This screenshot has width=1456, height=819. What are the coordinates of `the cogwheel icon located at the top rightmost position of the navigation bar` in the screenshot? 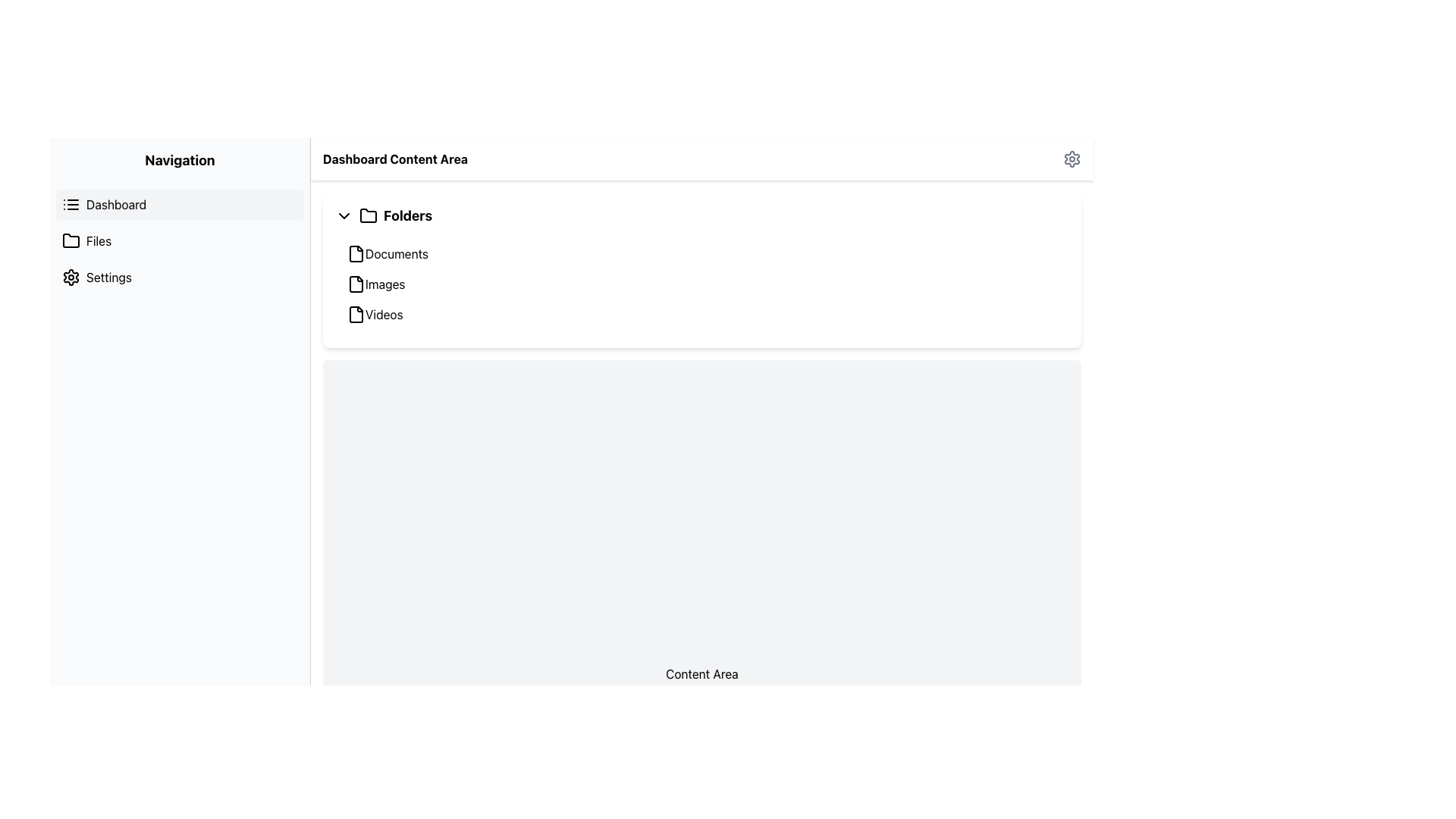 It's located at (1072, 158).